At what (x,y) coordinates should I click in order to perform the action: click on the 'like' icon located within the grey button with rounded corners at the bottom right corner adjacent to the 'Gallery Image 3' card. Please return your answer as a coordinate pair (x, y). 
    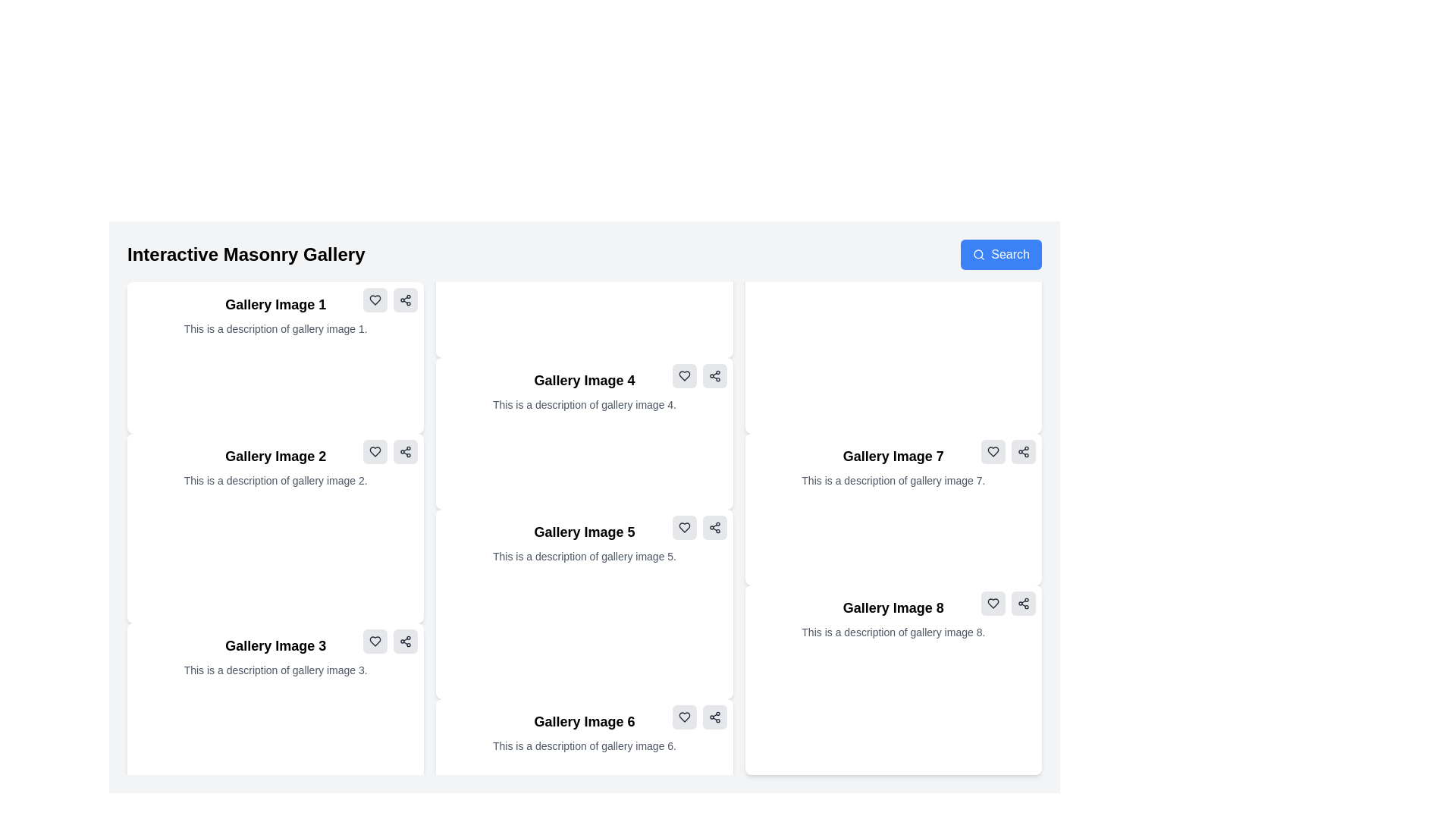
    Looking at the image, I should click on (375, 641).